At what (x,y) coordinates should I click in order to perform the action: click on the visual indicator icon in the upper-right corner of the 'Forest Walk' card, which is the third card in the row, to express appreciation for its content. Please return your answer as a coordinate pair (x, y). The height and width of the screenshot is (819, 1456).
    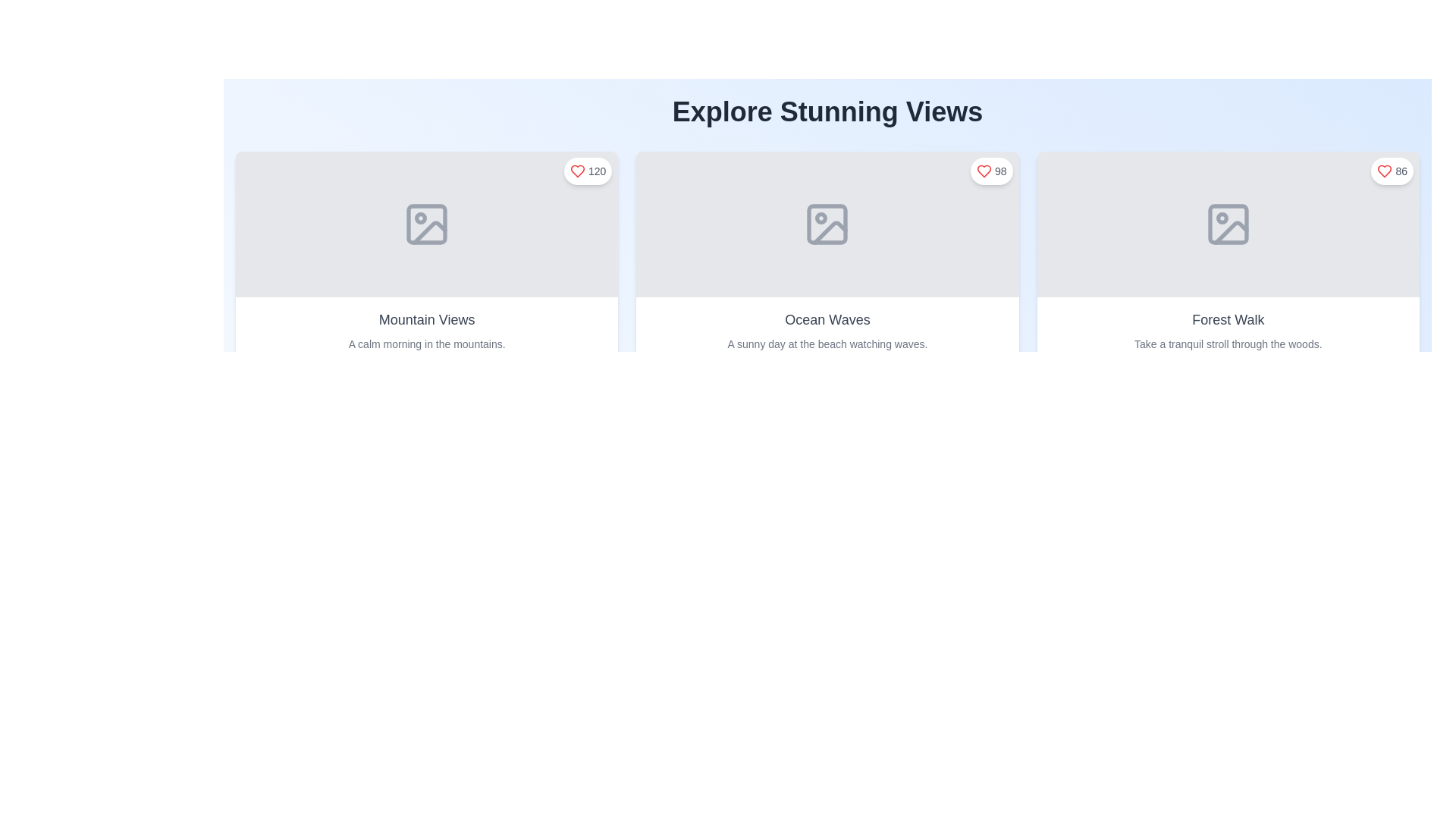
    Looking at the image, I should click on (1385, 171).